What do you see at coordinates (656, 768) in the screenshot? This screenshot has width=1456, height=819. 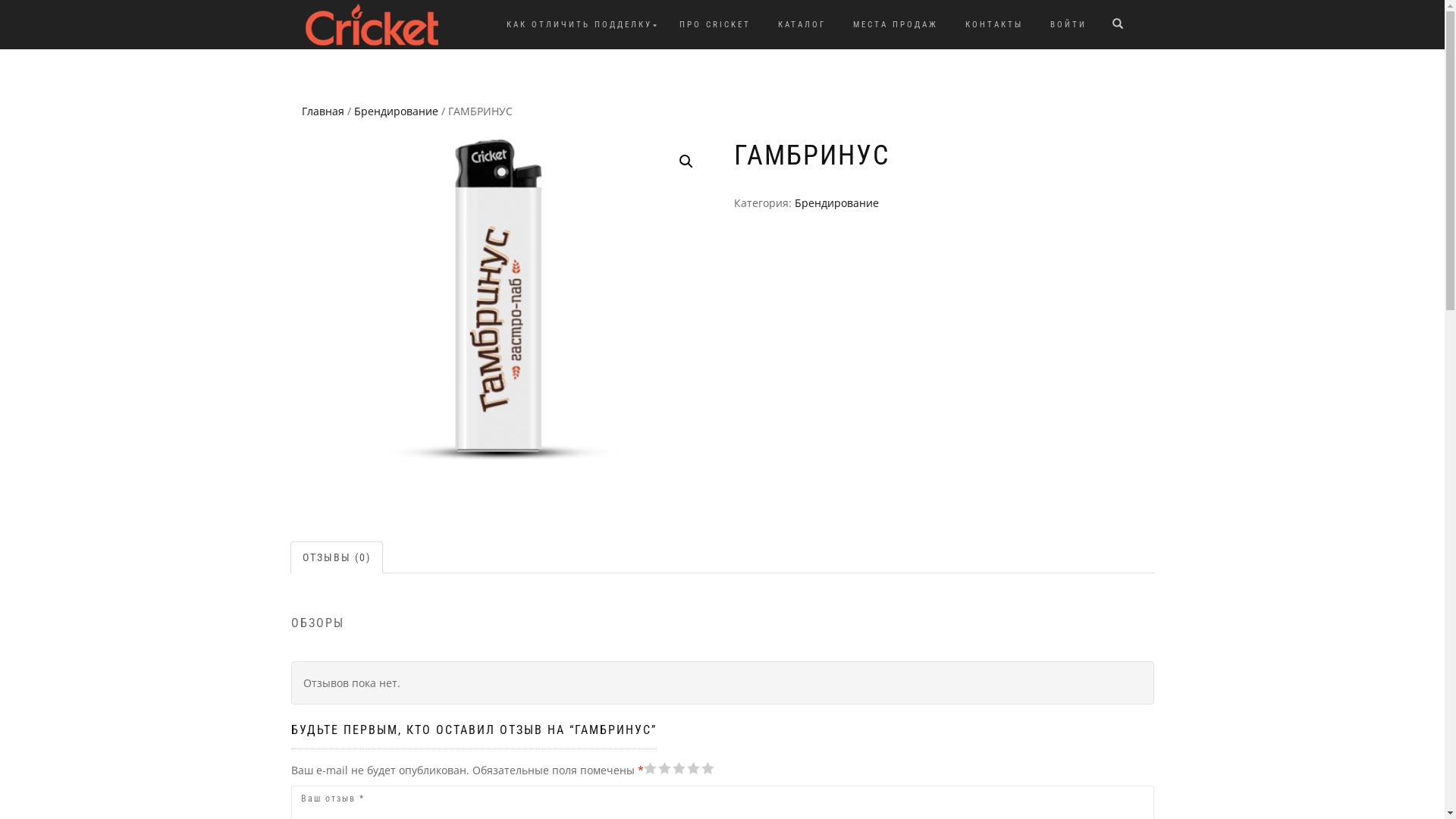 I see `'2'` at bounding box center [656, 768].